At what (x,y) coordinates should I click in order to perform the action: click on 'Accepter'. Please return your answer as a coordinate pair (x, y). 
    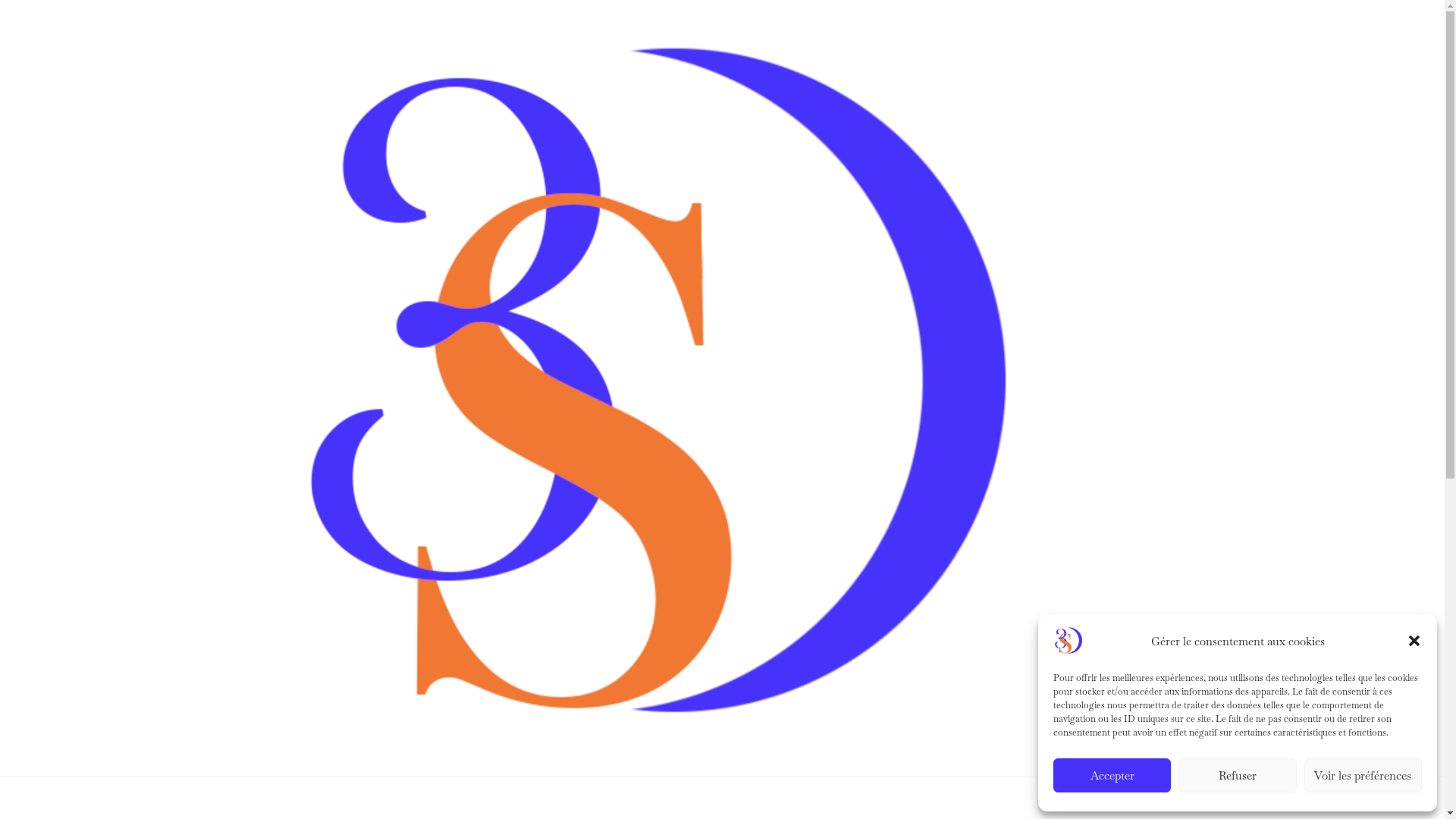
    Looking at the image, I should click on (1112, 775).